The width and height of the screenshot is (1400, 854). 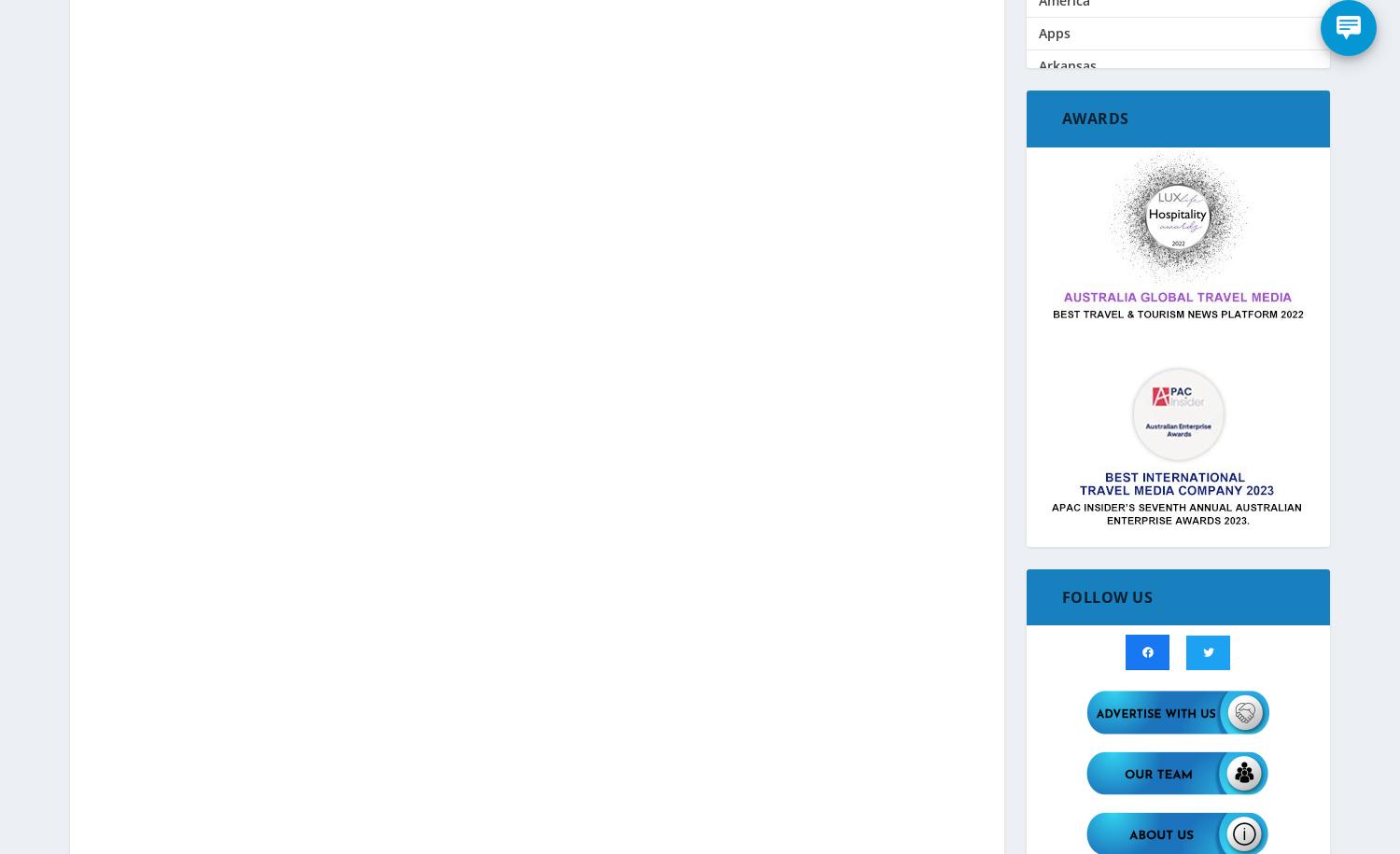 What do you see at coordinates (1036, 261) in the screenshot?
I see `'Black Friday / Cyber Monday Sales'` at bounding box center [1036, 261].